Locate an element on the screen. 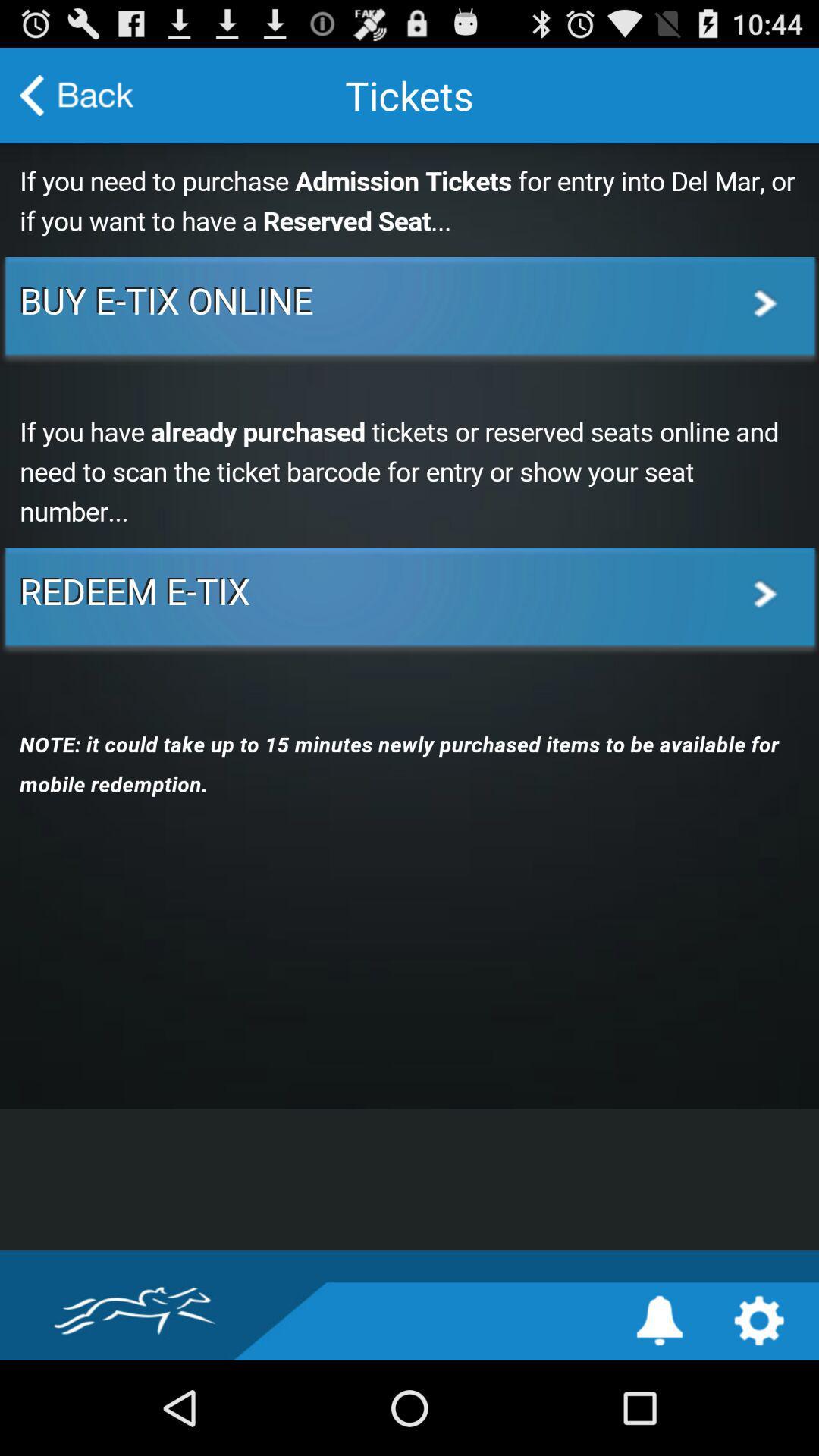 The image size is (819, 1456). settings is located at coordinates (759, 1319).